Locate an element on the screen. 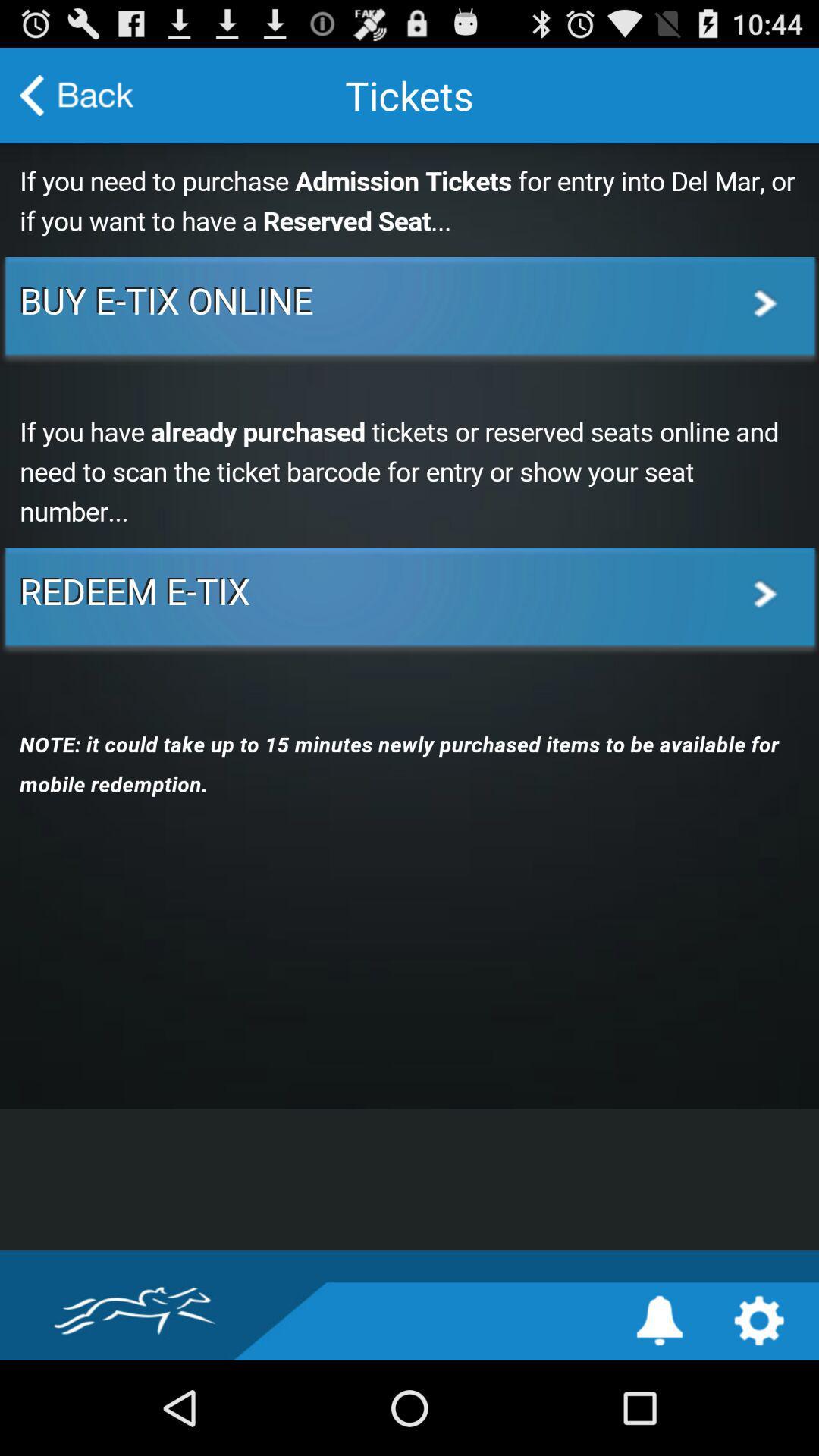 The image size is (819, 1456). settings is located at coordinates (759, 1319).